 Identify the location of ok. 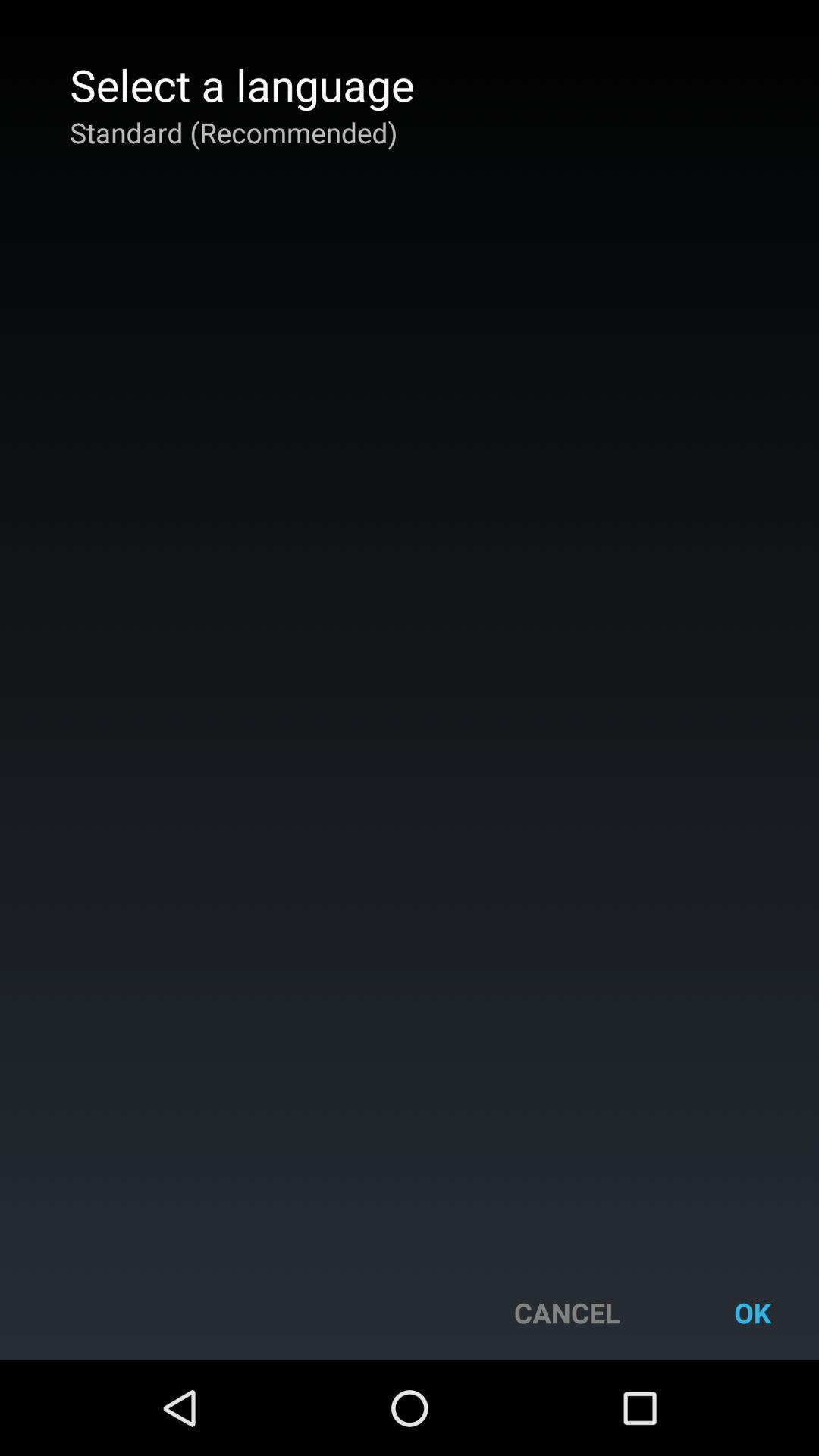
(752, 1312).